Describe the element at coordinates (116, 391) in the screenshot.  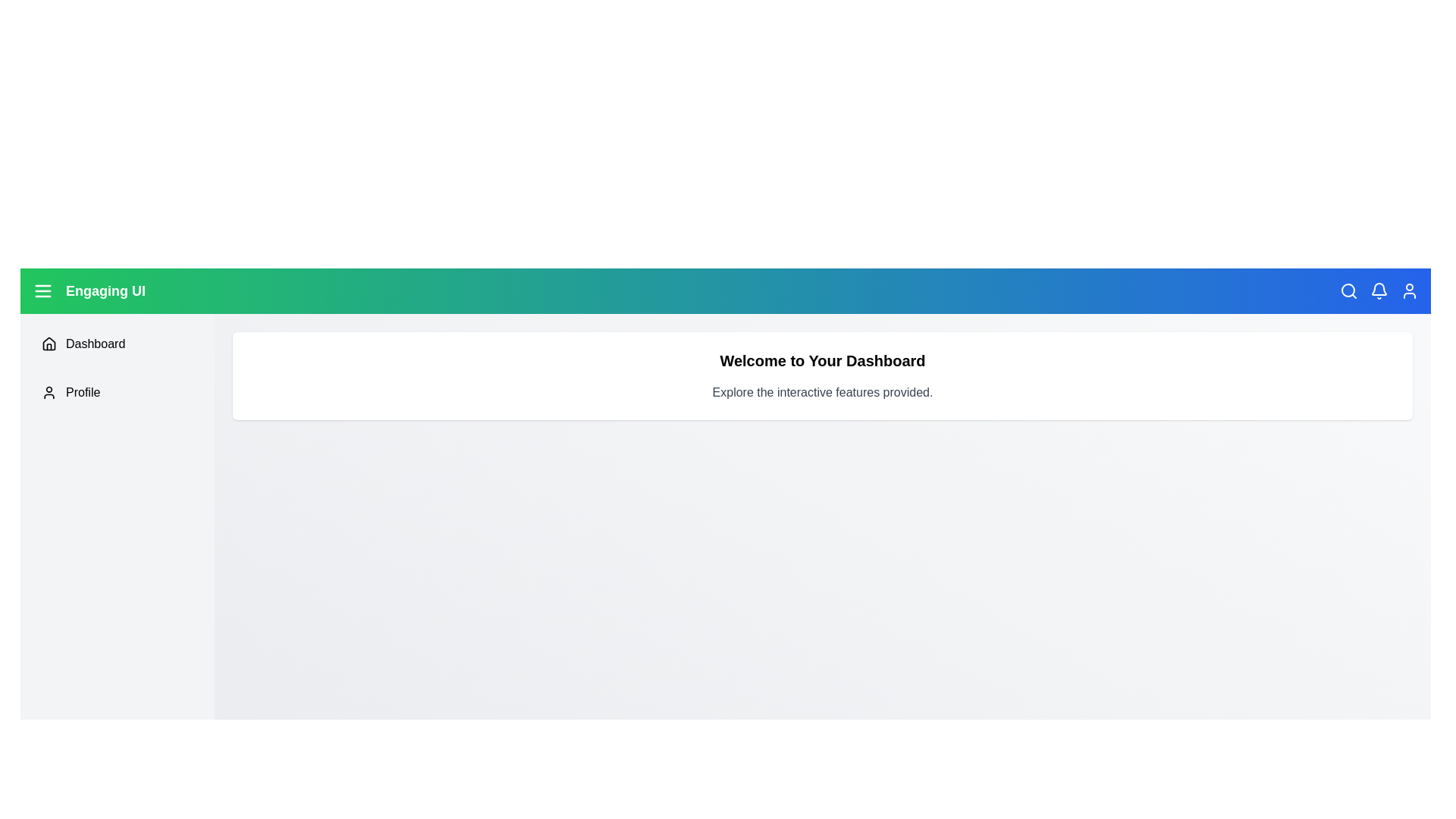
I see `the navigation item Profile in the sidebar` at that location.